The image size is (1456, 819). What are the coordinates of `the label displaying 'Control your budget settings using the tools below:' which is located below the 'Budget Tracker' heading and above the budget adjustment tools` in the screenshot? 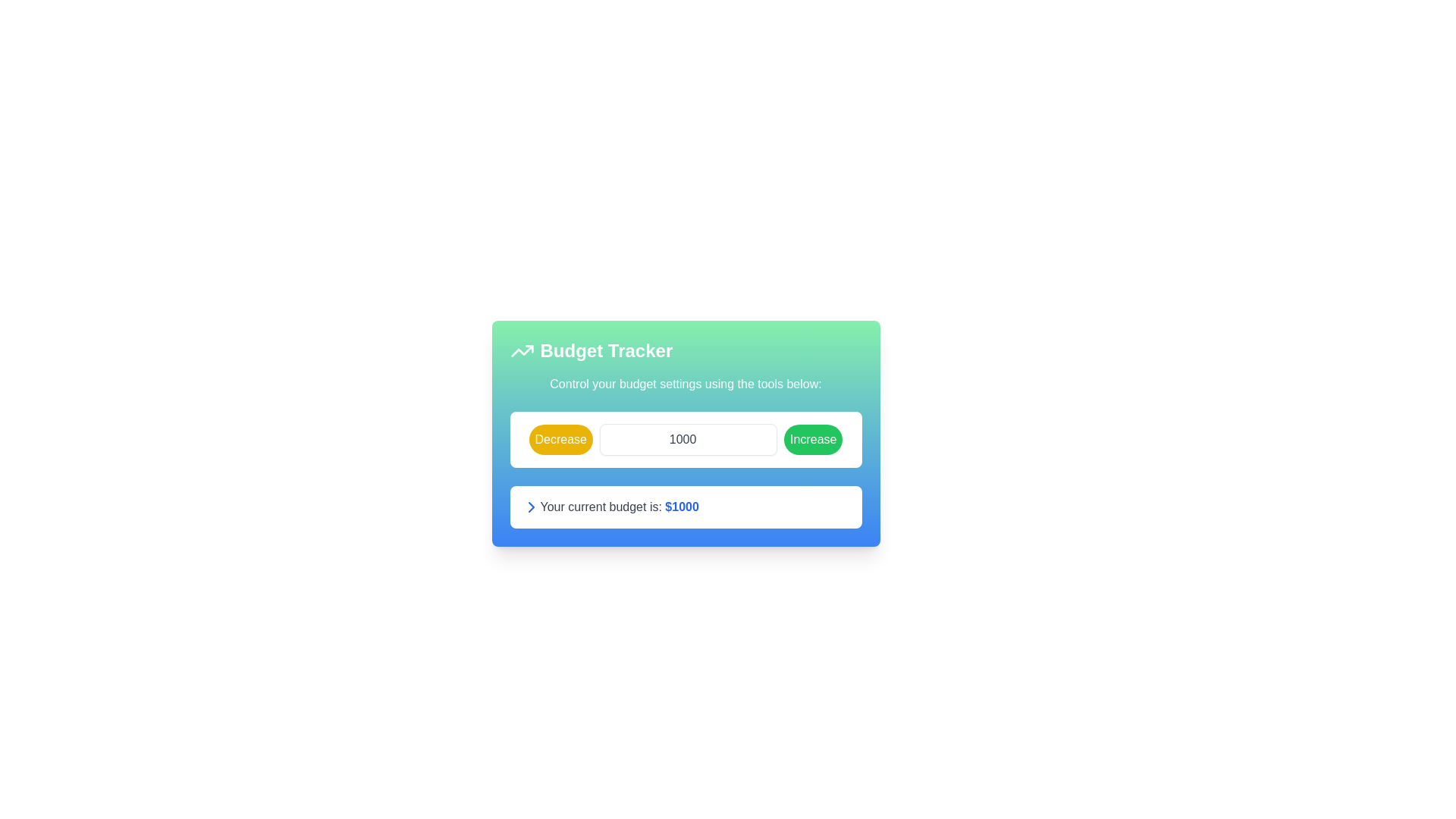 It's located at (685, 383).